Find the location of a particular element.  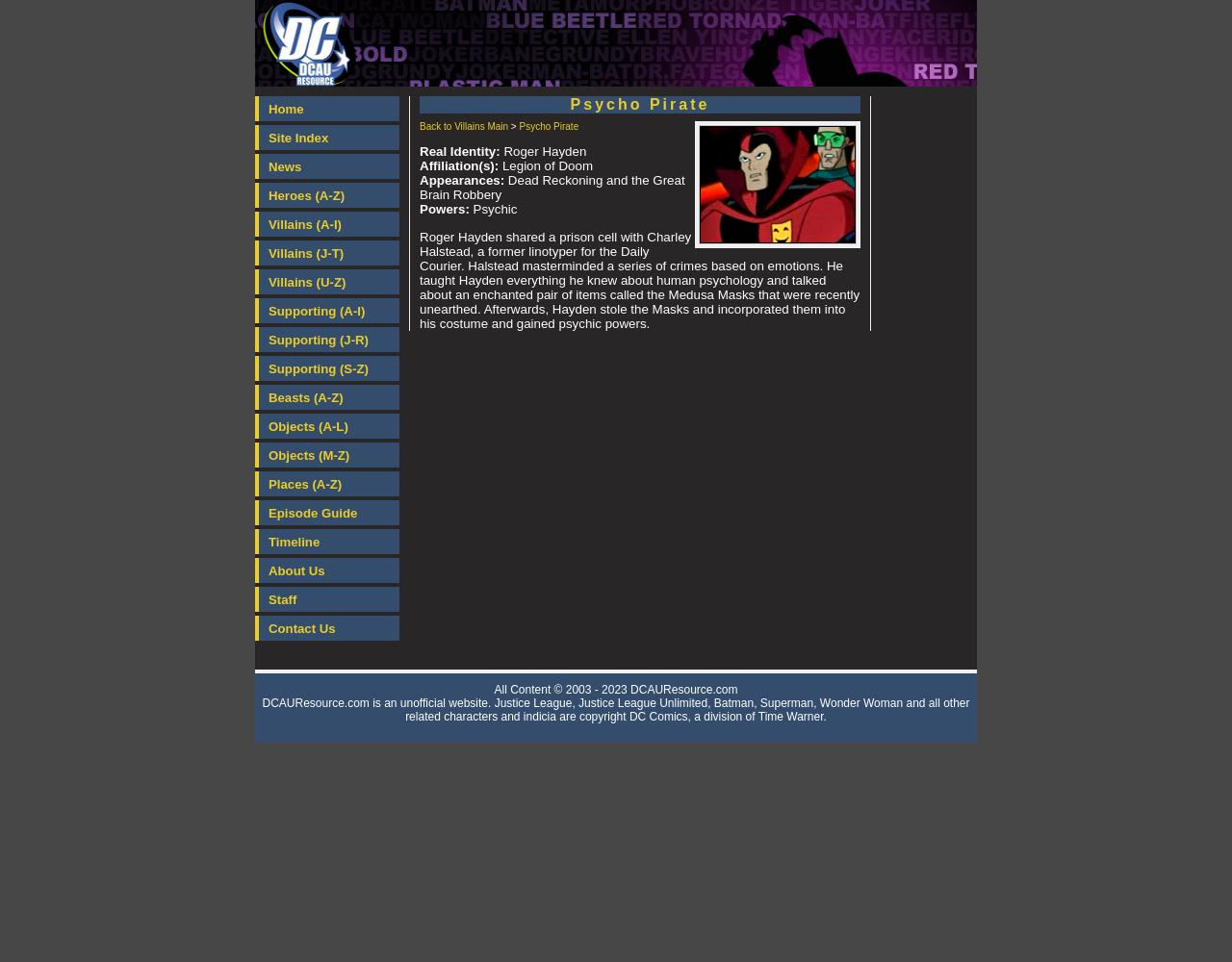

'Contact Us' is located at coordinates (268, 628).